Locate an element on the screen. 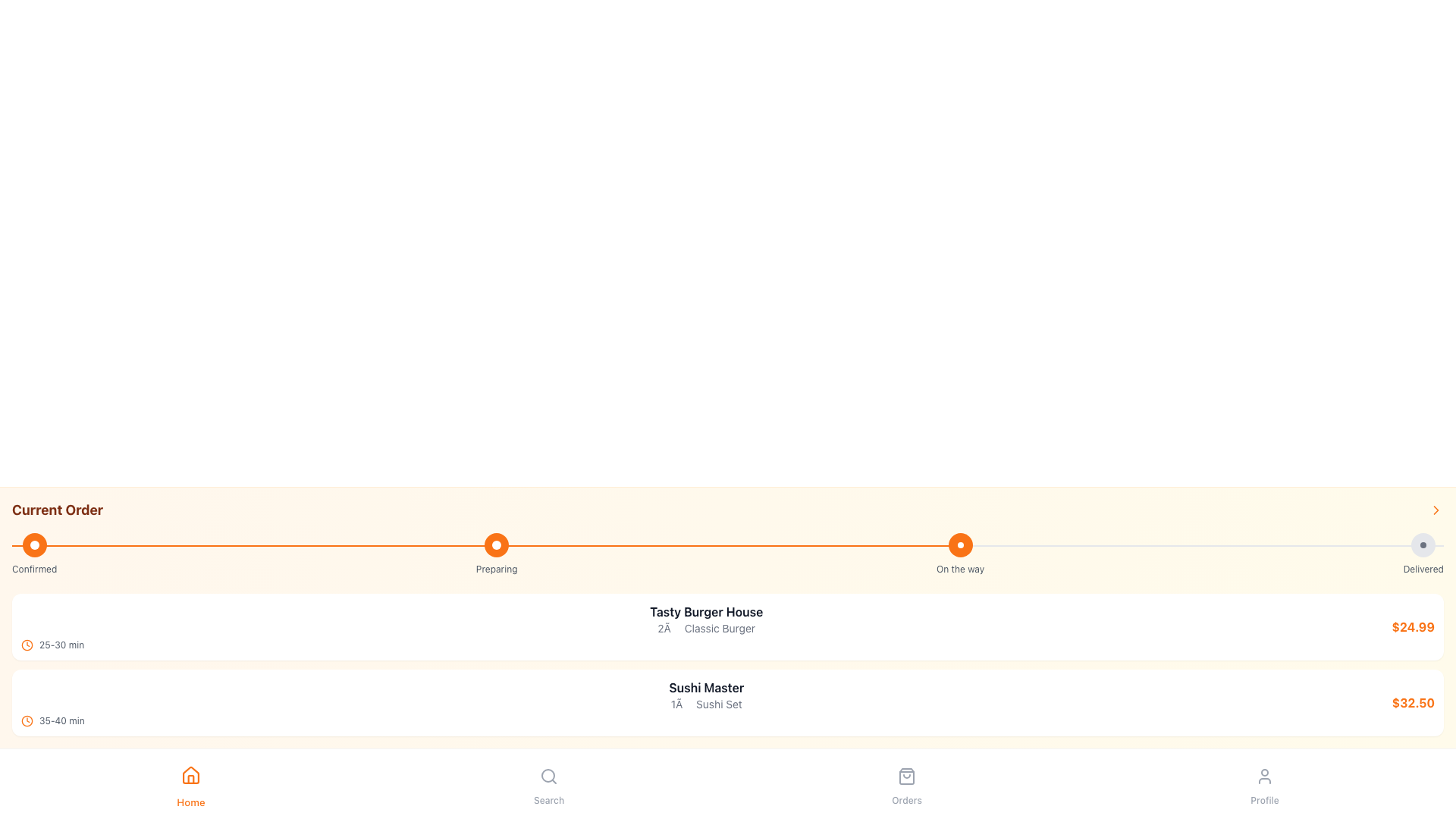 The height and width of the screenshot is (819, 1456). the circular user silhouette icon in the bottom navigation bar is located at coordinates (1265, 776).